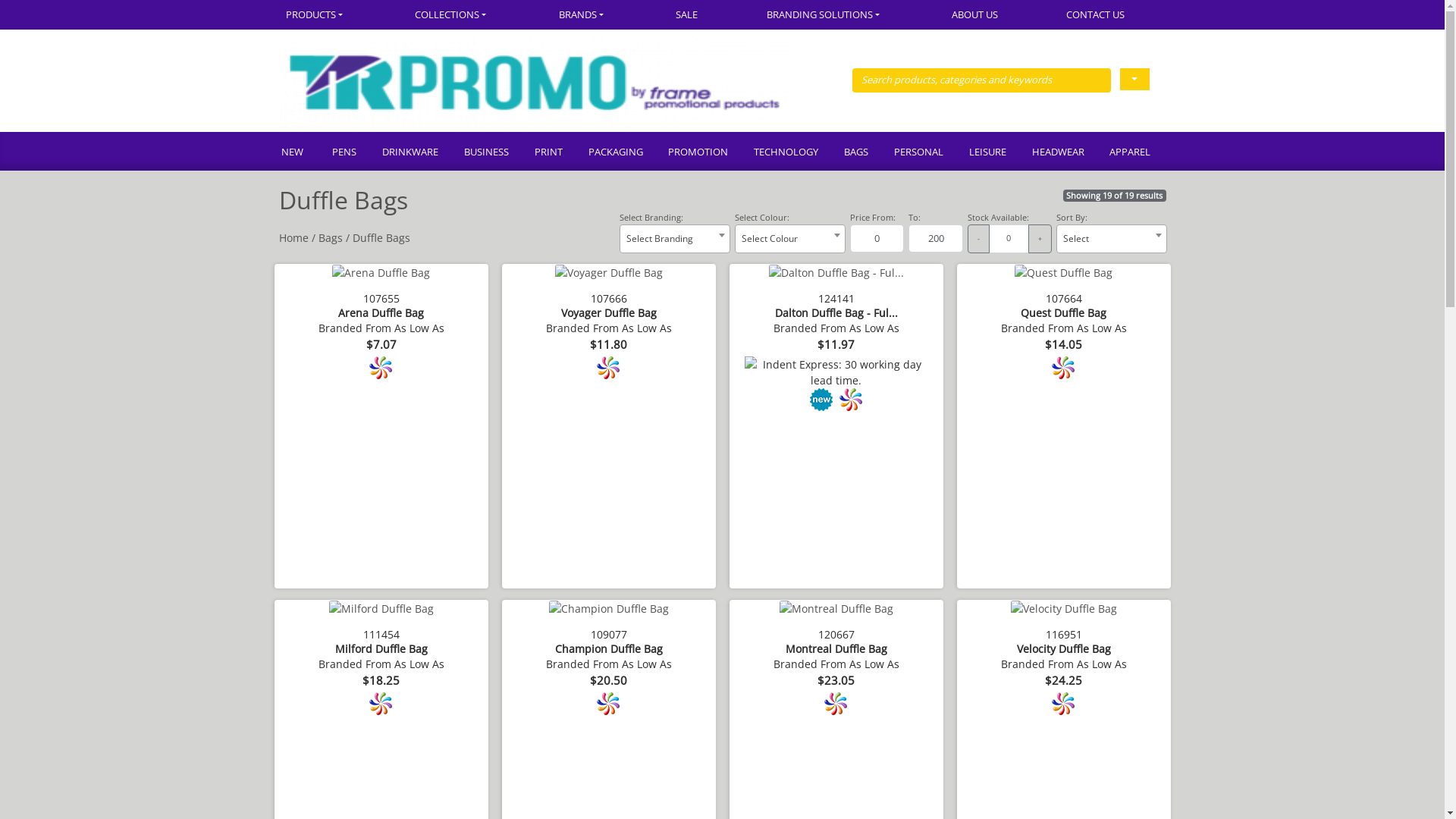  What do you see at coordinates (520, 152) in the screenshot?
I see `'PRINT'` at bounding box center [520, 152].